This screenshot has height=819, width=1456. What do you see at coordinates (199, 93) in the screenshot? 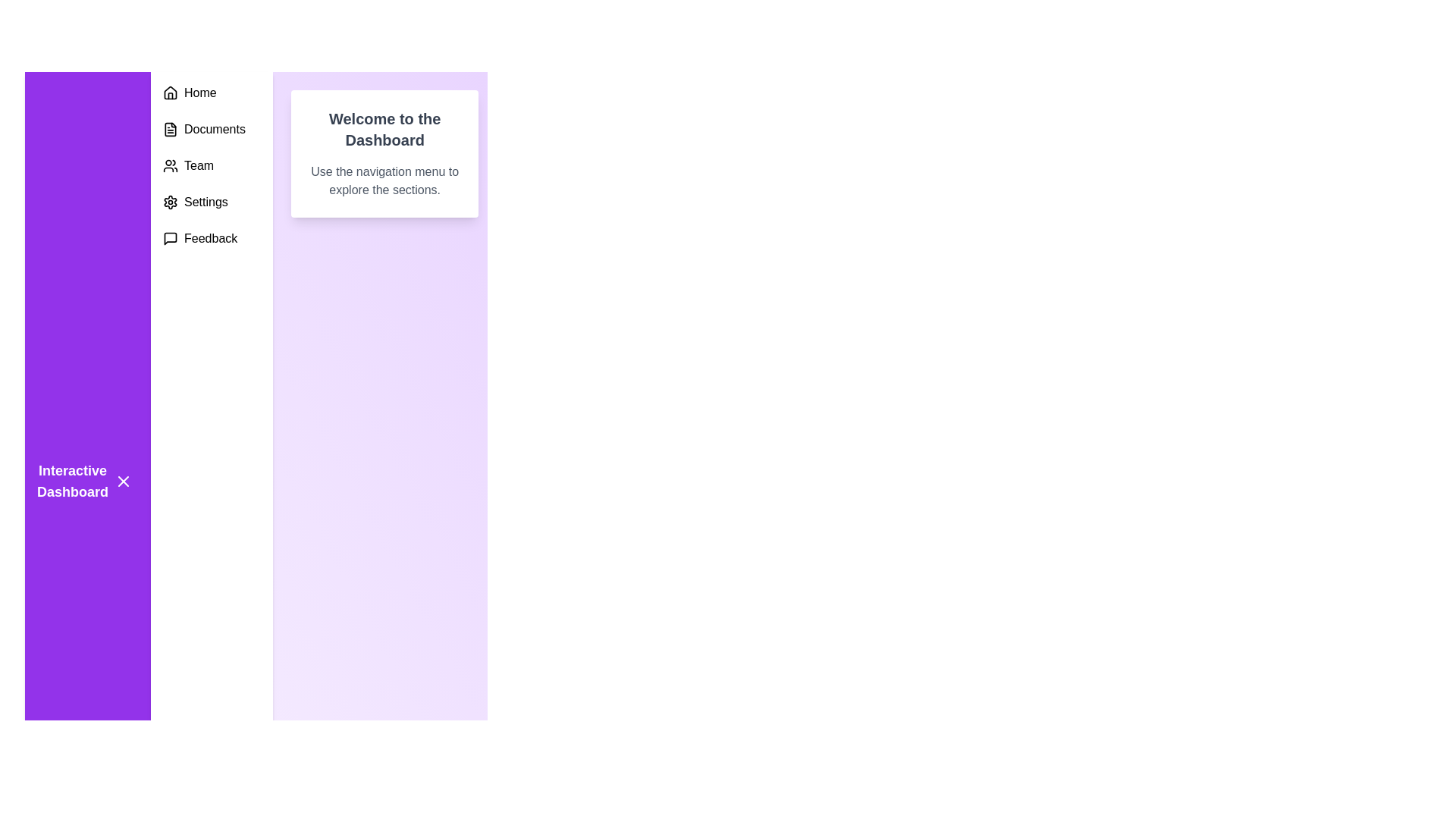
I see `the navigational text label located to the right of the house icon in the purple sidebar` at bounding box center [199, 93].